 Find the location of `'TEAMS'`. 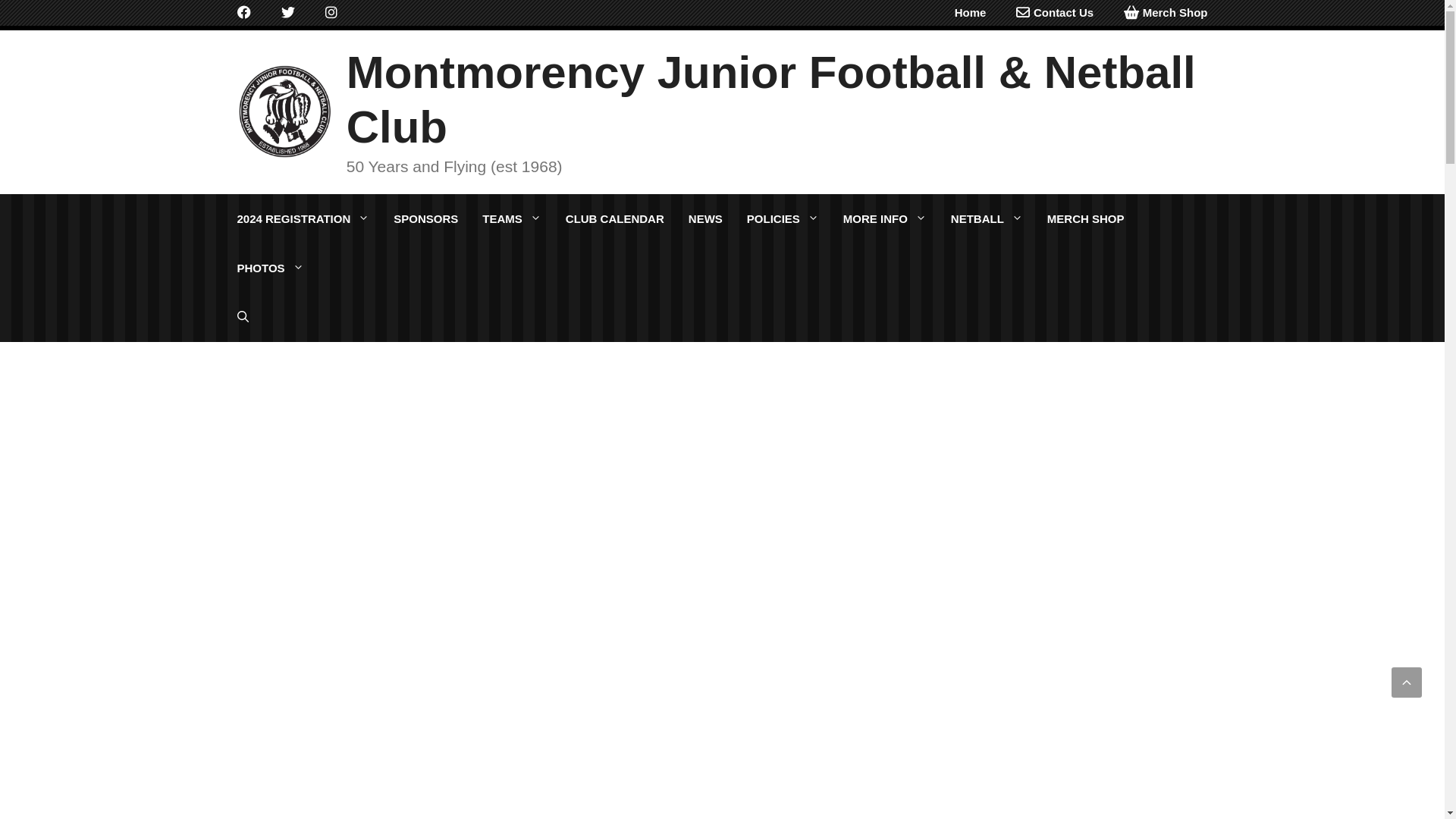

'TEAMS' is located at coordinates (512, 218).